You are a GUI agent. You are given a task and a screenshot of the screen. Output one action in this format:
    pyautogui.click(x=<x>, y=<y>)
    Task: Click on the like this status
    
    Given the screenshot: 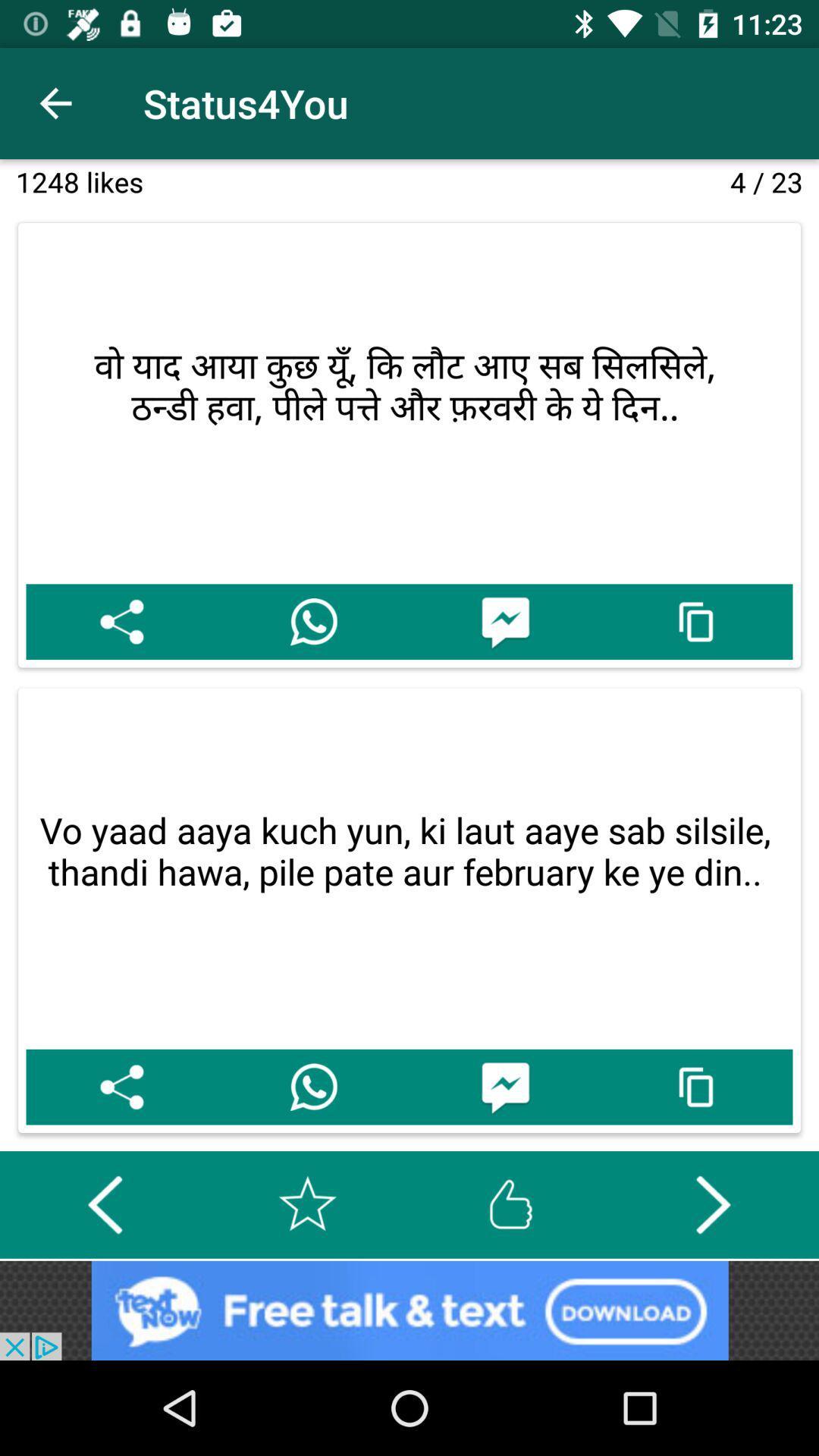 What is the action you would take?
    pyautogui.click(x=510, y=1203)
    